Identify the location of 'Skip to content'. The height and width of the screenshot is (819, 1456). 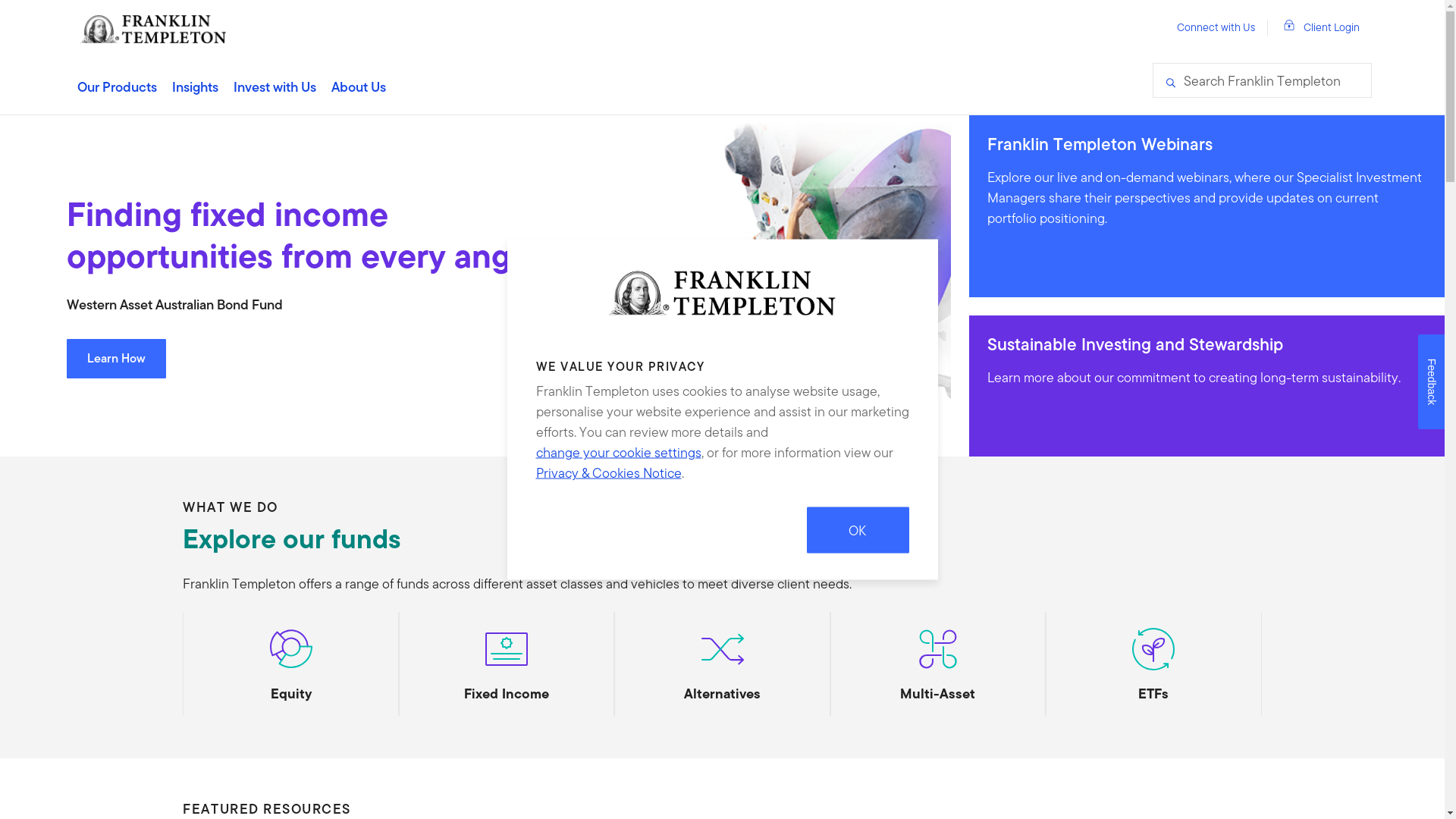
(0, 0).